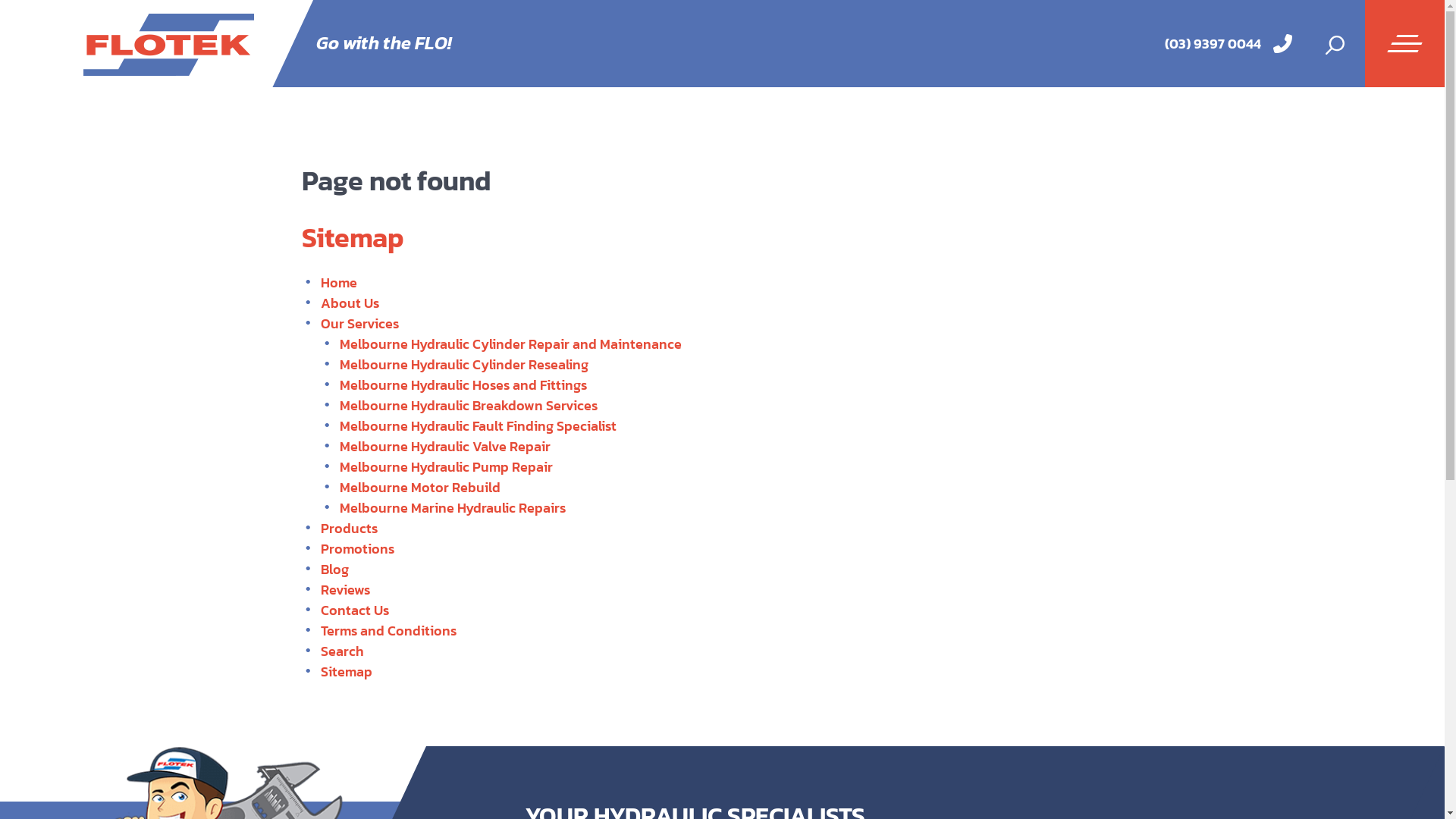  What do you see at coordinates (468, 404) in the screenshot?
I see `'Melbourne Hydraulic Breakdown Services'` at bounding box center [468, 404].